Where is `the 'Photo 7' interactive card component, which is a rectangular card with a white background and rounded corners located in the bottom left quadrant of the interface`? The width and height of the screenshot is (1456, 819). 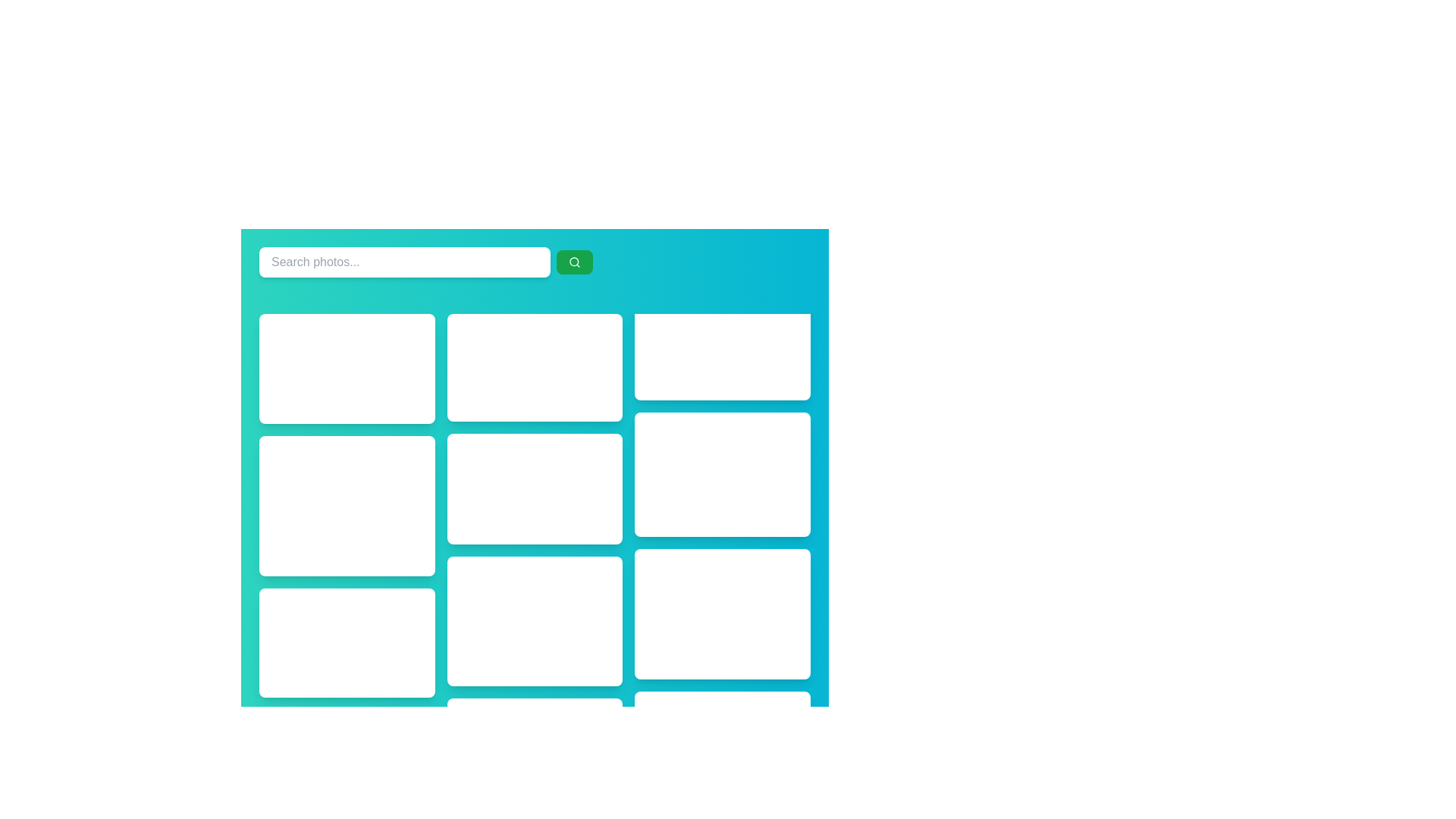
the 'Photo 7' interactive card component, which is a rectangular card with a white background and rounded corners located in the bottom left quadrant of the interface is located at coordinates (535, 621).